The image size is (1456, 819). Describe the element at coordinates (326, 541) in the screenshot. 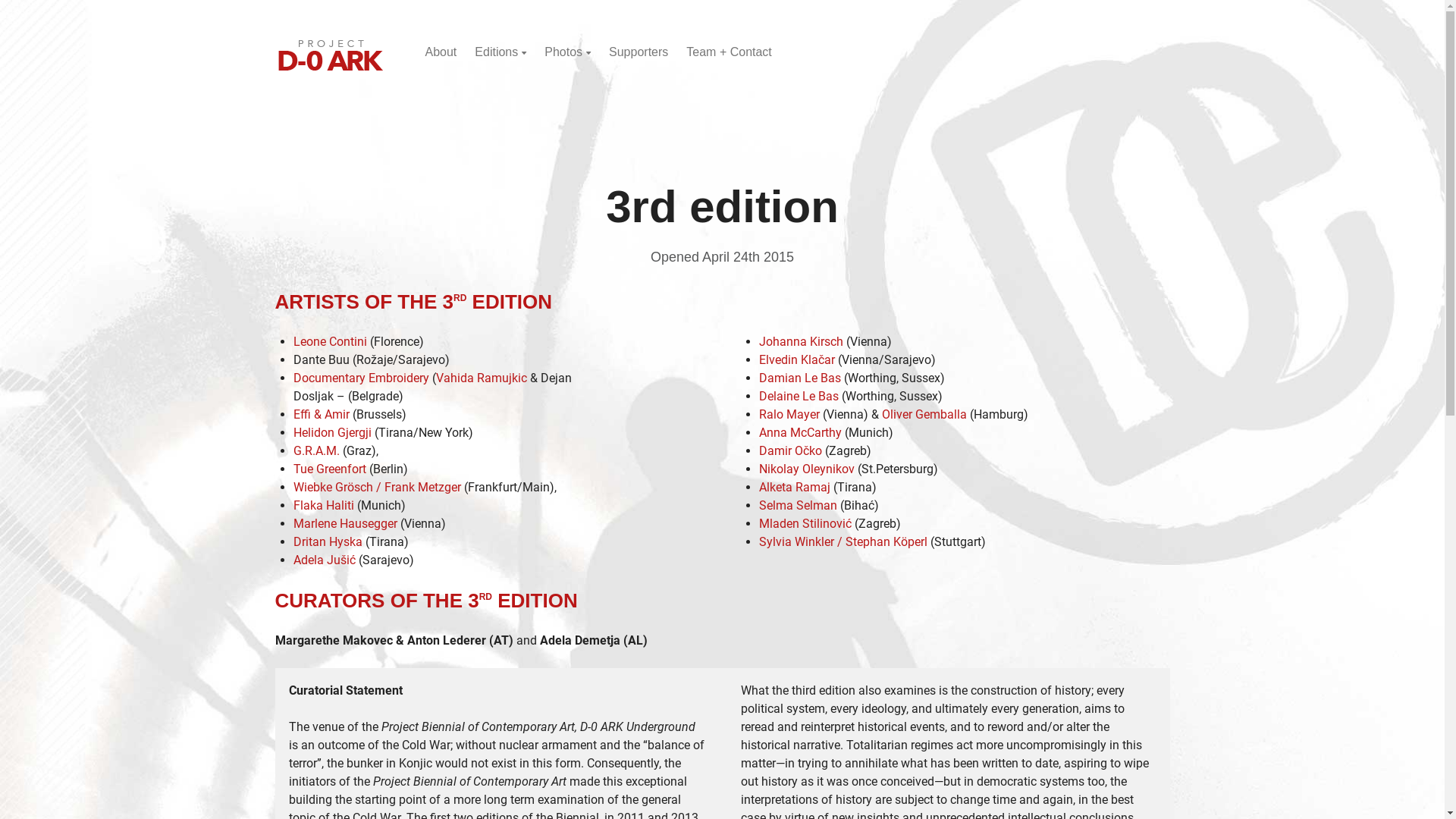

I see `'Dritan Hyska'` at that location.